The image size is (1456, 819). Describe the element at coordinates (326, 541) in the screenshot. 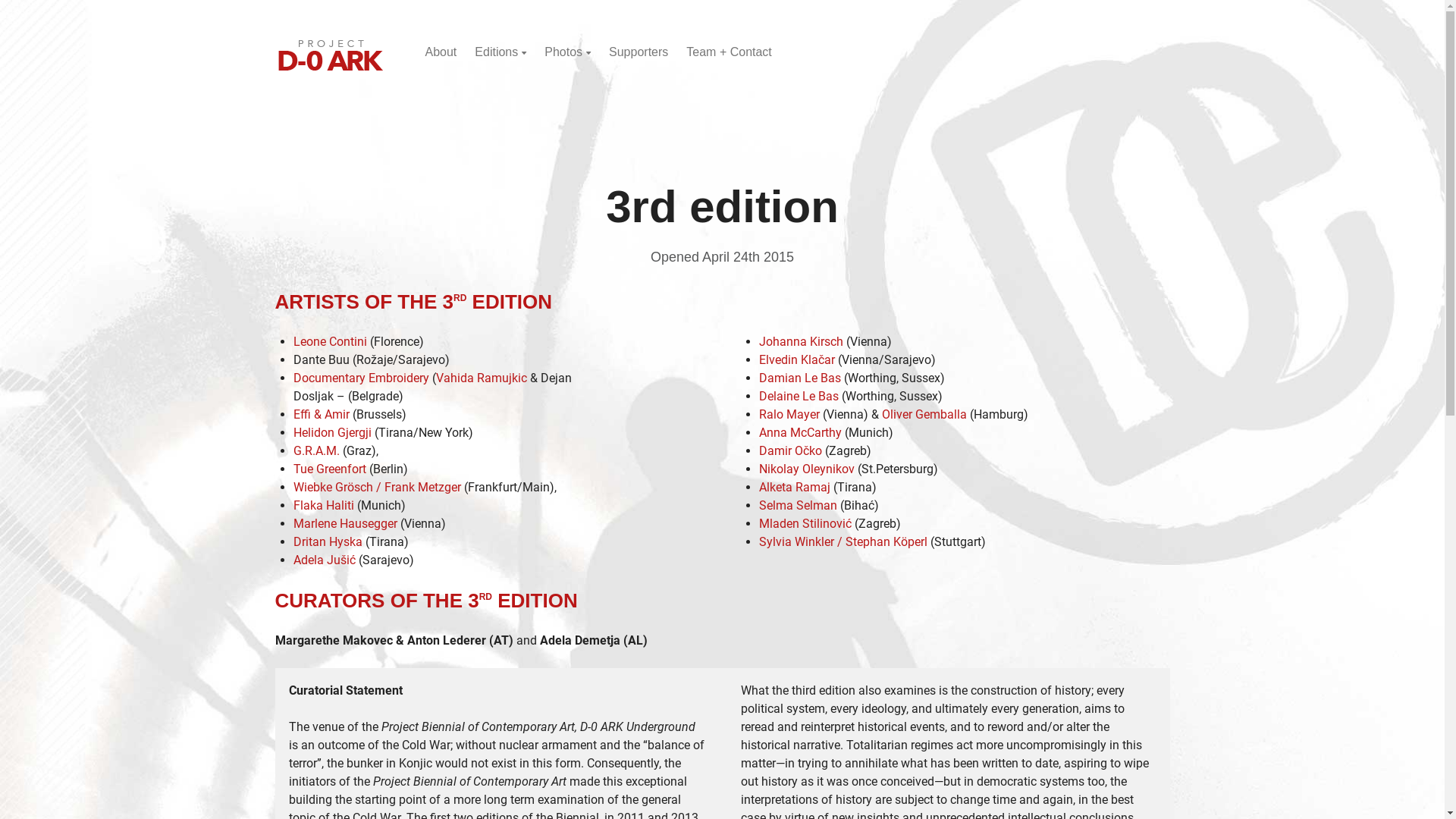

I see `'Dritan Hyska'` at that location.